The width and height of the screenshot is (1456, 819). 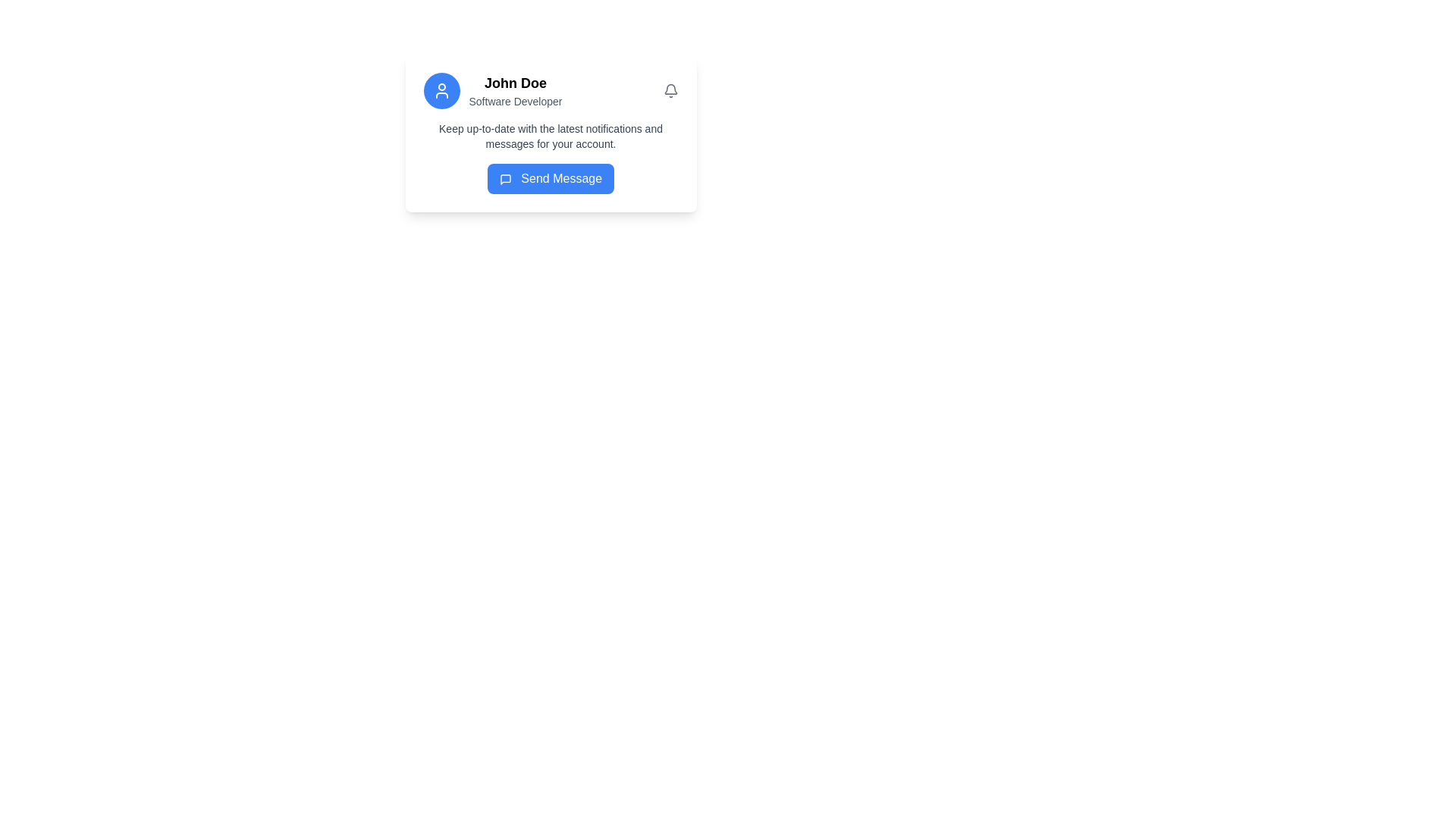 What do you see at coordinates (505, 178) in the screenshot?
I see `the icon representing the action of sending a message, located within the blue 'Send Message' button near the bottom center of the card interface` at bounding box center [505, 178].